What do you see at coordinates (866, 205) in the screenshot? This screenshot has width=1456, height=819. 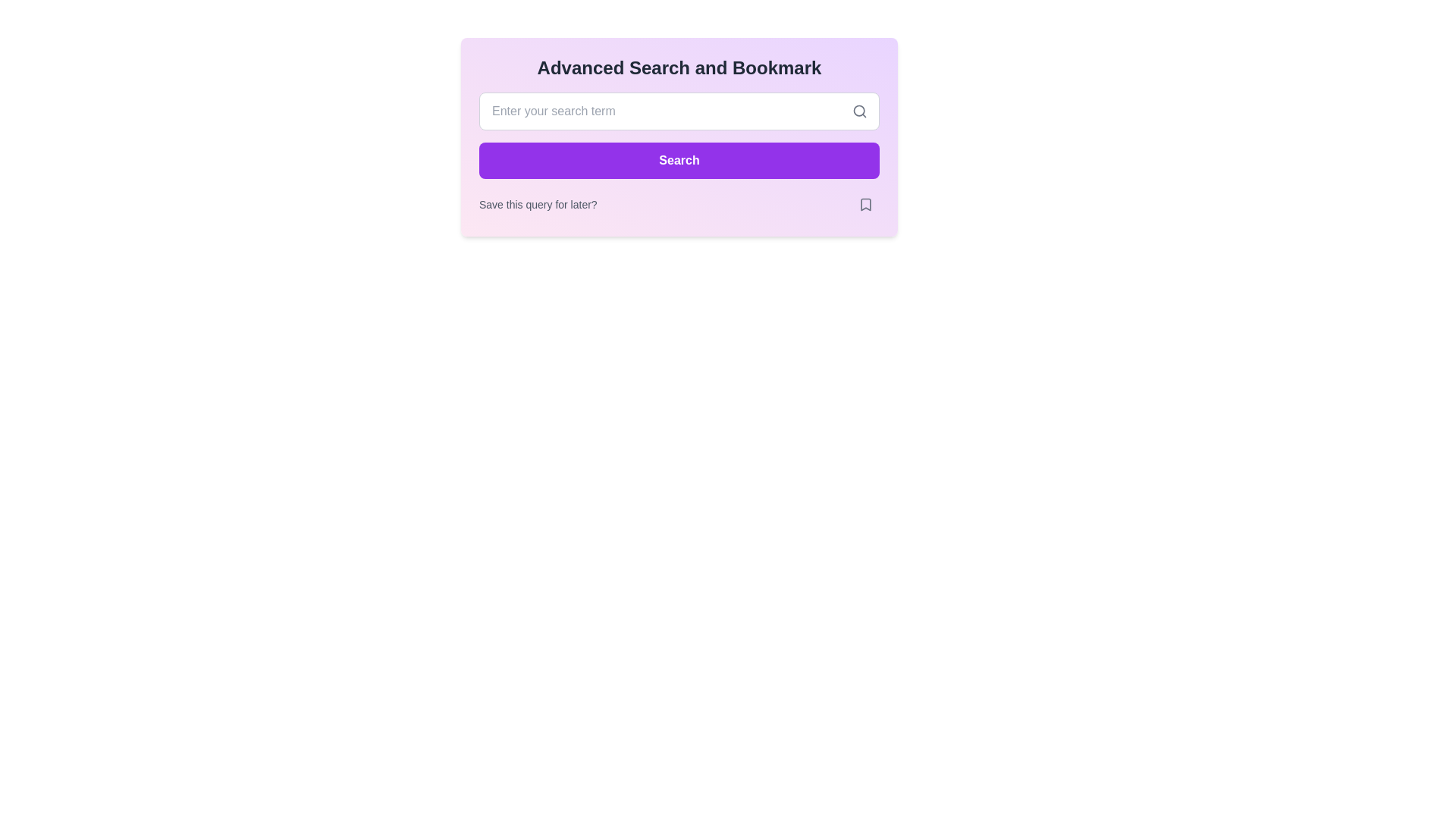 I see `the bookmark icon located in the bottom-right corner of the rounded button labeled 'Save this query for later?'` at bounding box center [866, 205].